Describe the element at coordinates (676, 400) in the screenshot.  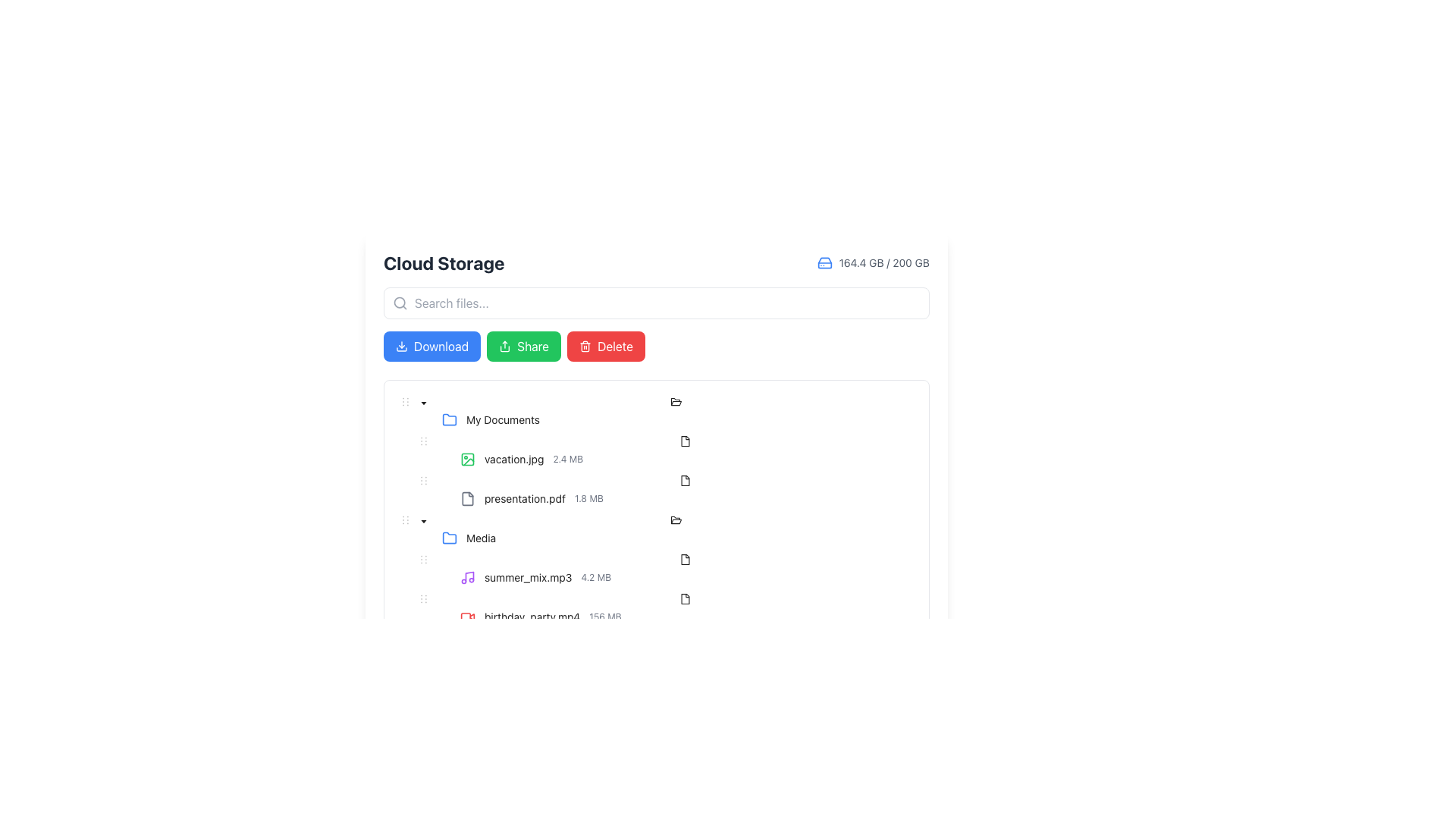
I see `the folder icon representing the 'Media' folder in the file hierarchy` at that location.